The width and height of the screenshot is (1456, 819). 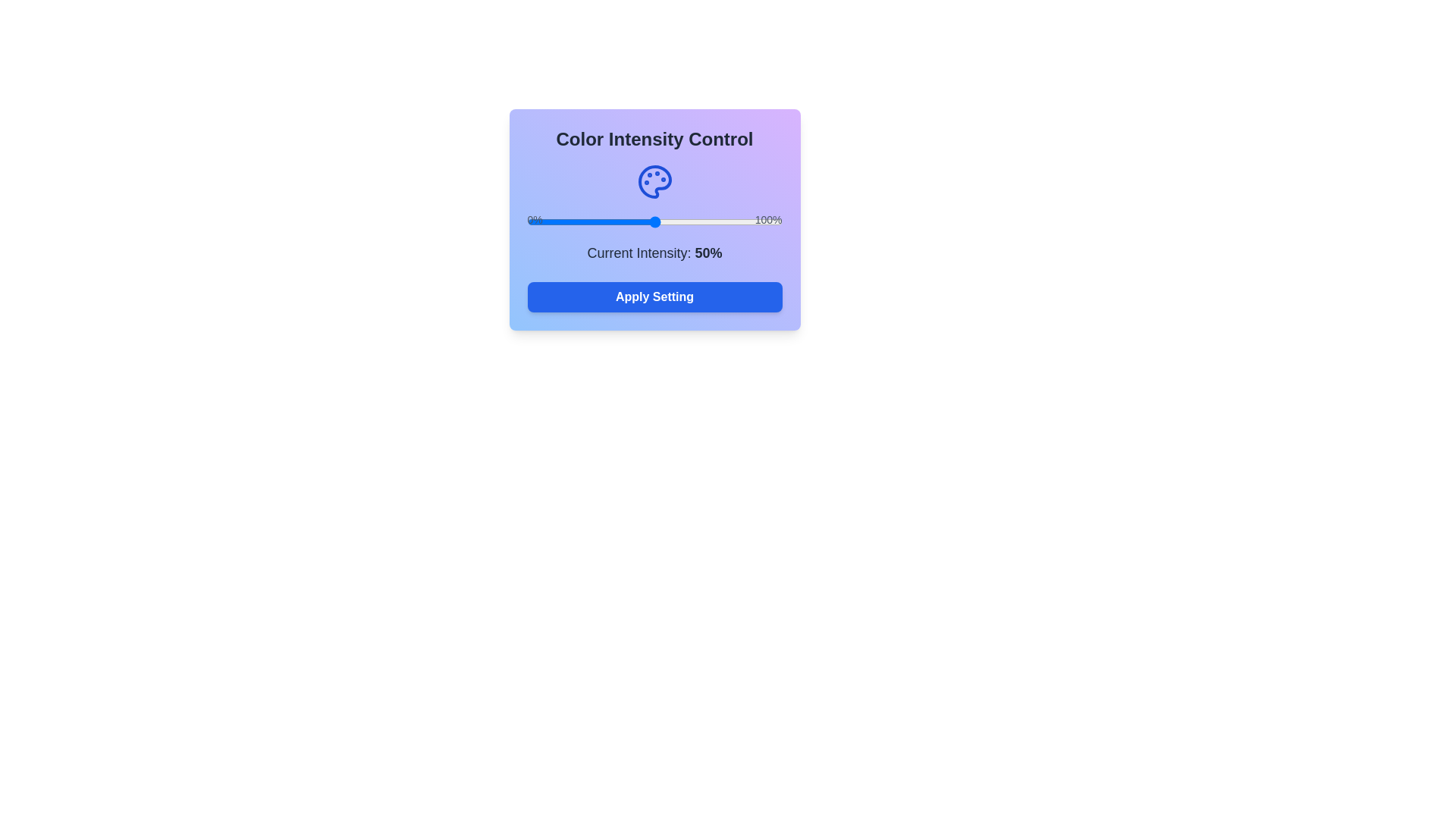 I want to click on the slider to set the color intensity to 88%, so click(x=752, y=222).